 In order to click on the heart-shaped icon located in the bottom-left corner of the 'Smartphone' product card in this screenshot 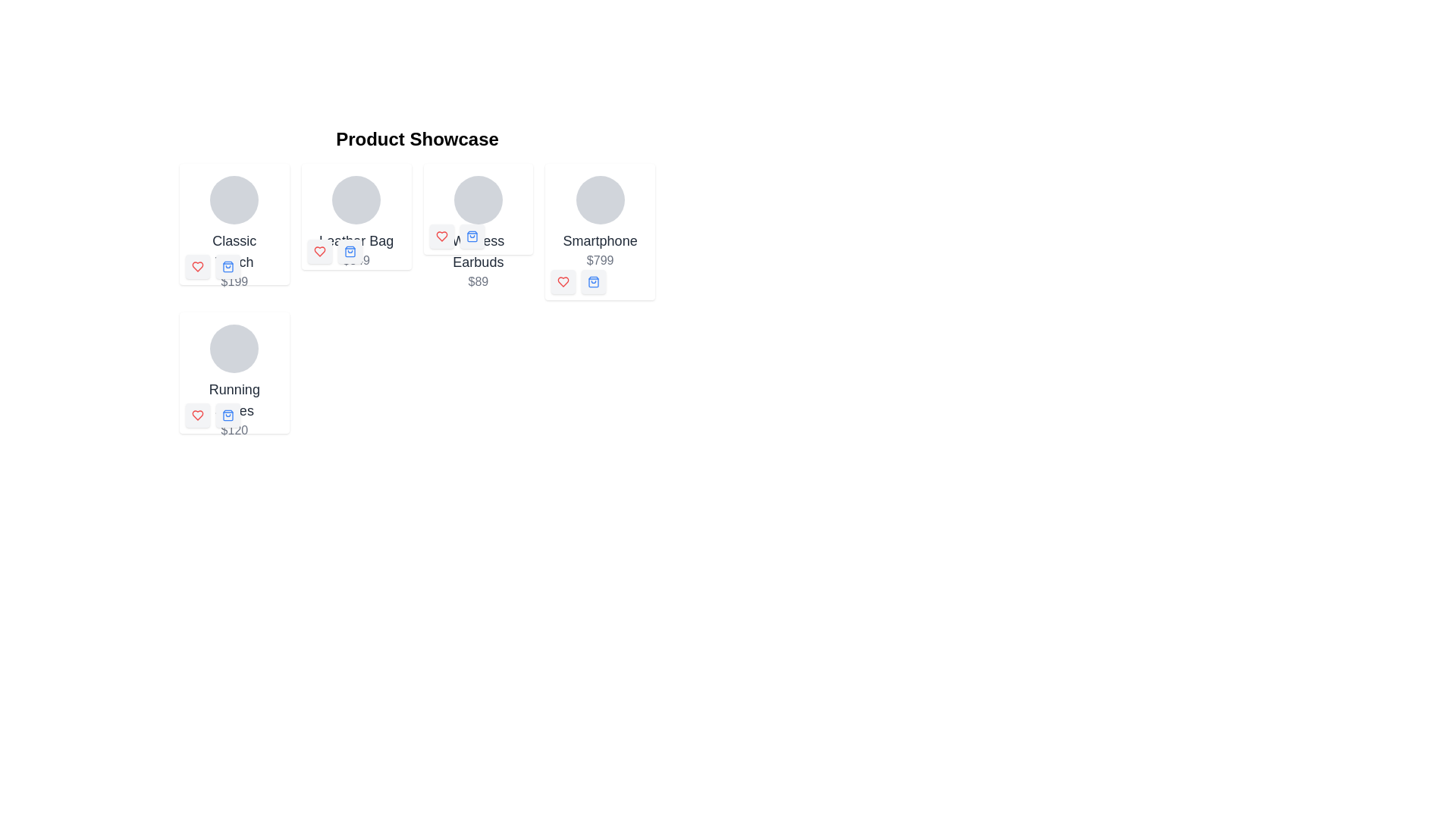, I will do `click(563, 281)`.